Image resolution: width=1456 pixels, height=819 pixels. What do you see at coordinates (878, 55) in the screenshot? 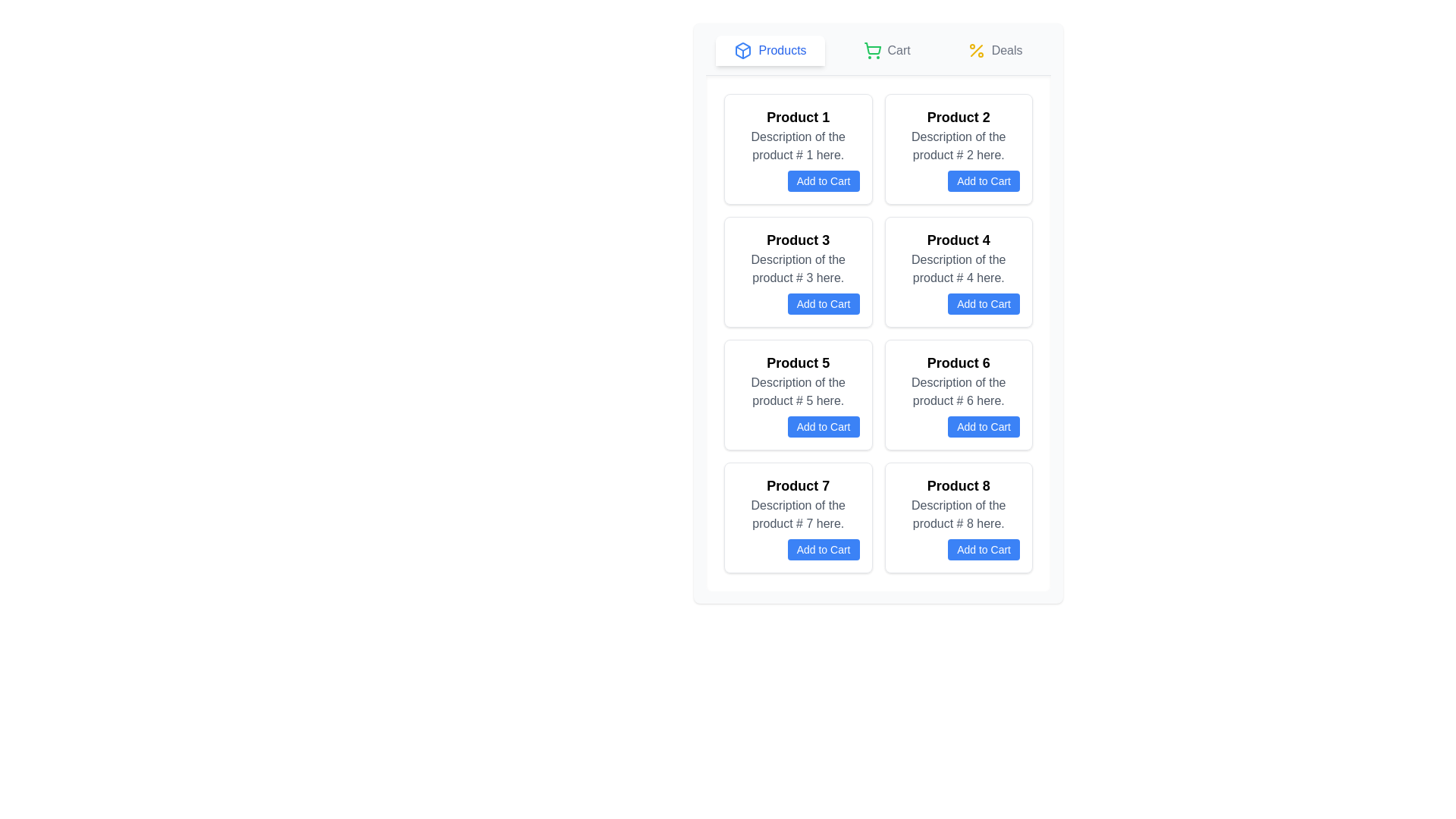
I see `the navigation bar containing the buttons 'Products', 'Cart', and 'Deals'` at bounding box center [878, 55].